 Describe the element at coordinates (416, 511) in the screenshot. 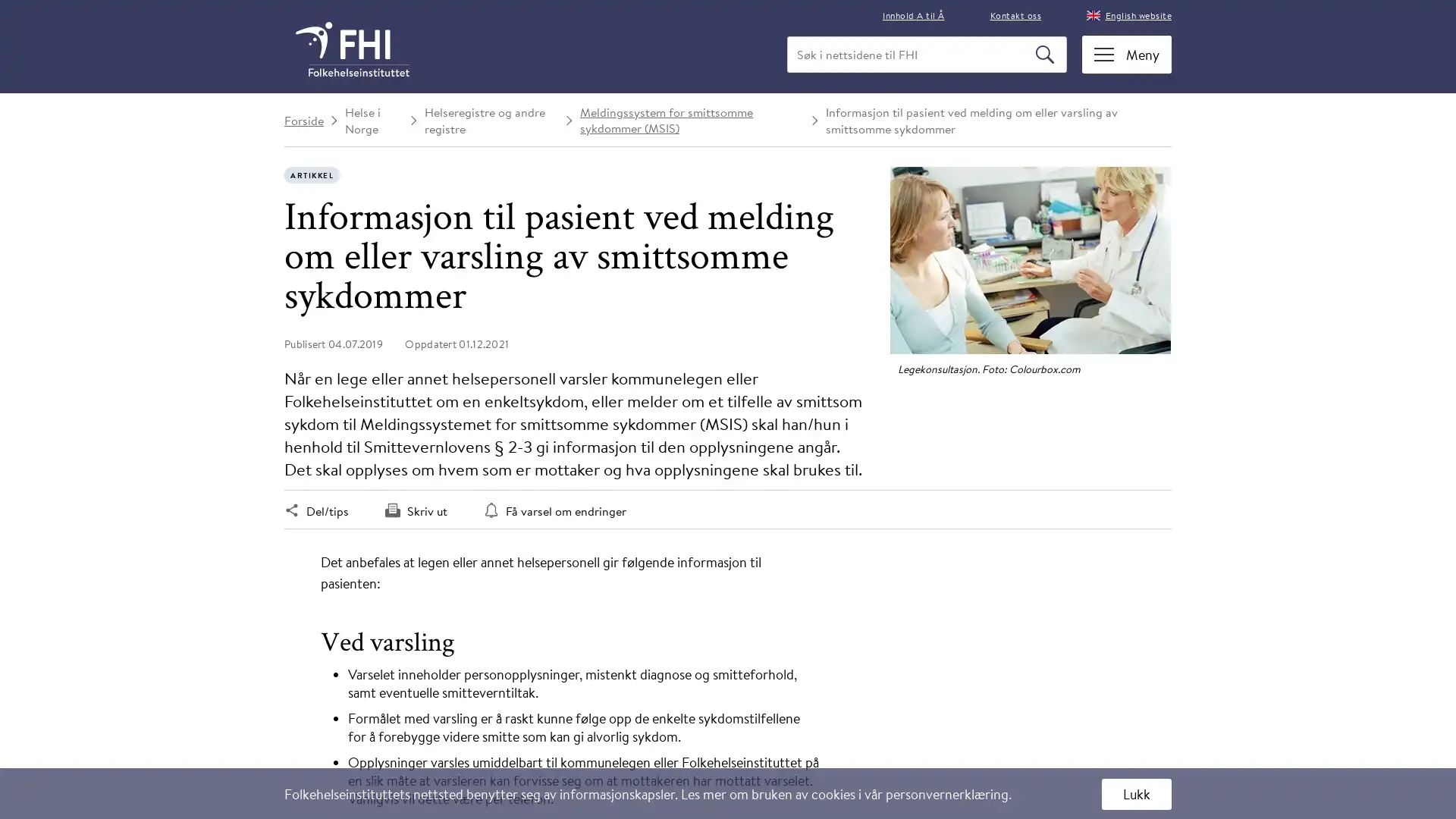

I see `Skriv ut` at that location.